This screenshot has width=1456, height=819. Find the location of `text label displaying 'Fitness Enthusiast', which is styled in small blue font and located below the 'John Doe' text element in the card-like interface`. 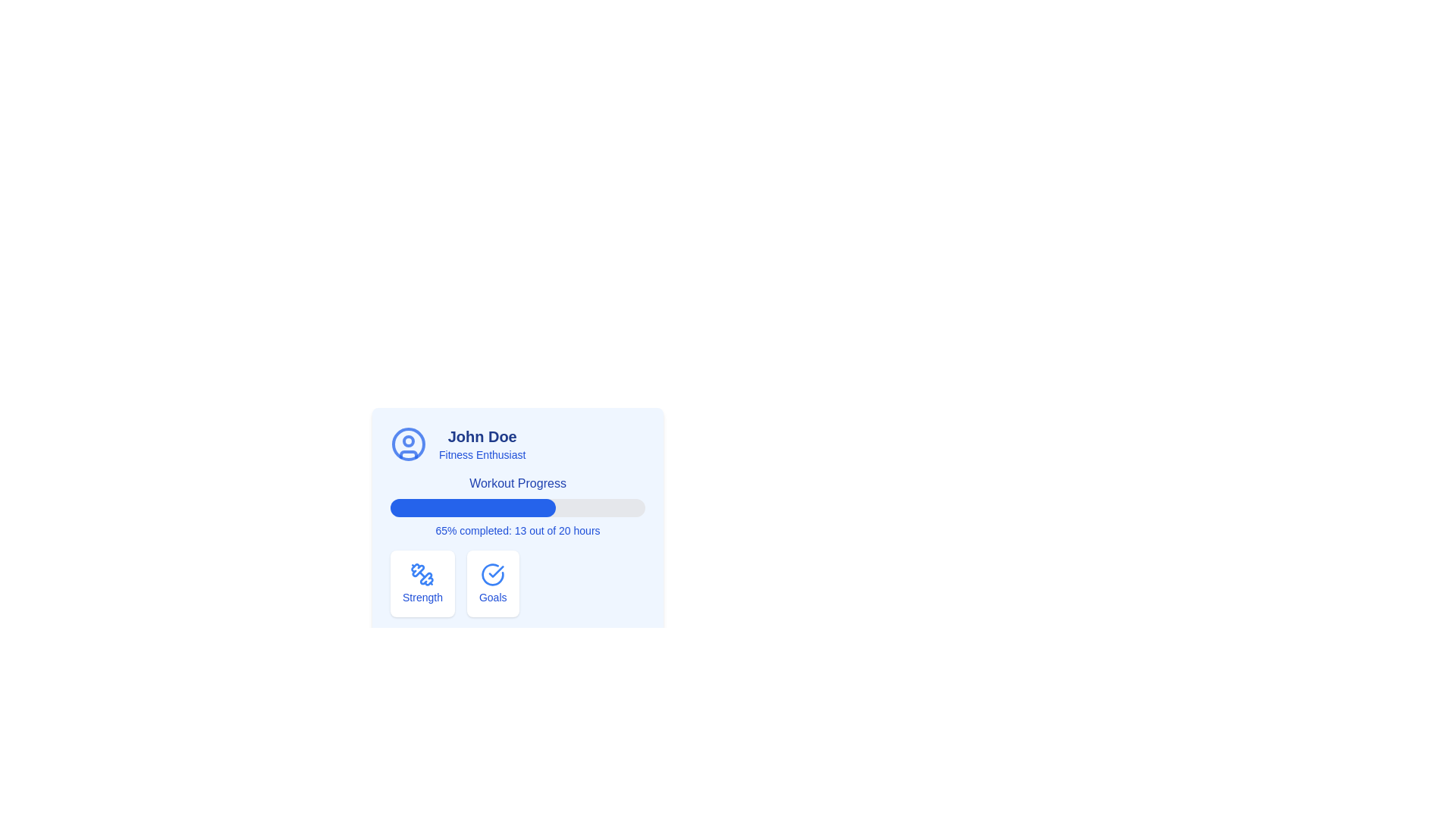

text label displaying 'Fitness Enthusiast', which is styled in small blue font and located below the 'John Doe' text element in the card-like interface is located at coordinates (482, 454).